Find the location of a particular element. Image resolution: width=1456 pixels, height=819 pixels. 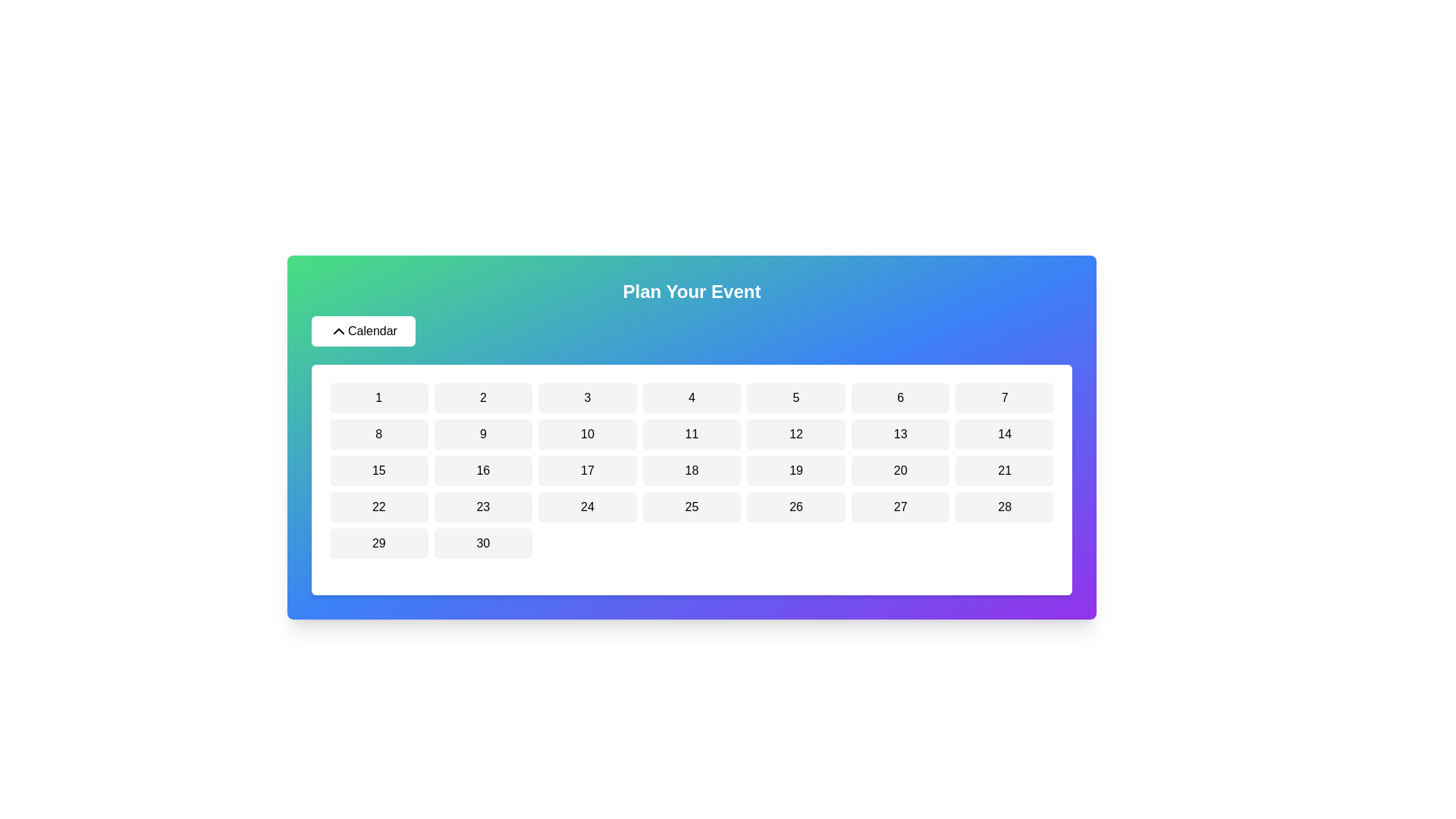

the collapsible/expandable toggle icon located at the top center of the 'Calendar' button is located at coordinates (337, 330).